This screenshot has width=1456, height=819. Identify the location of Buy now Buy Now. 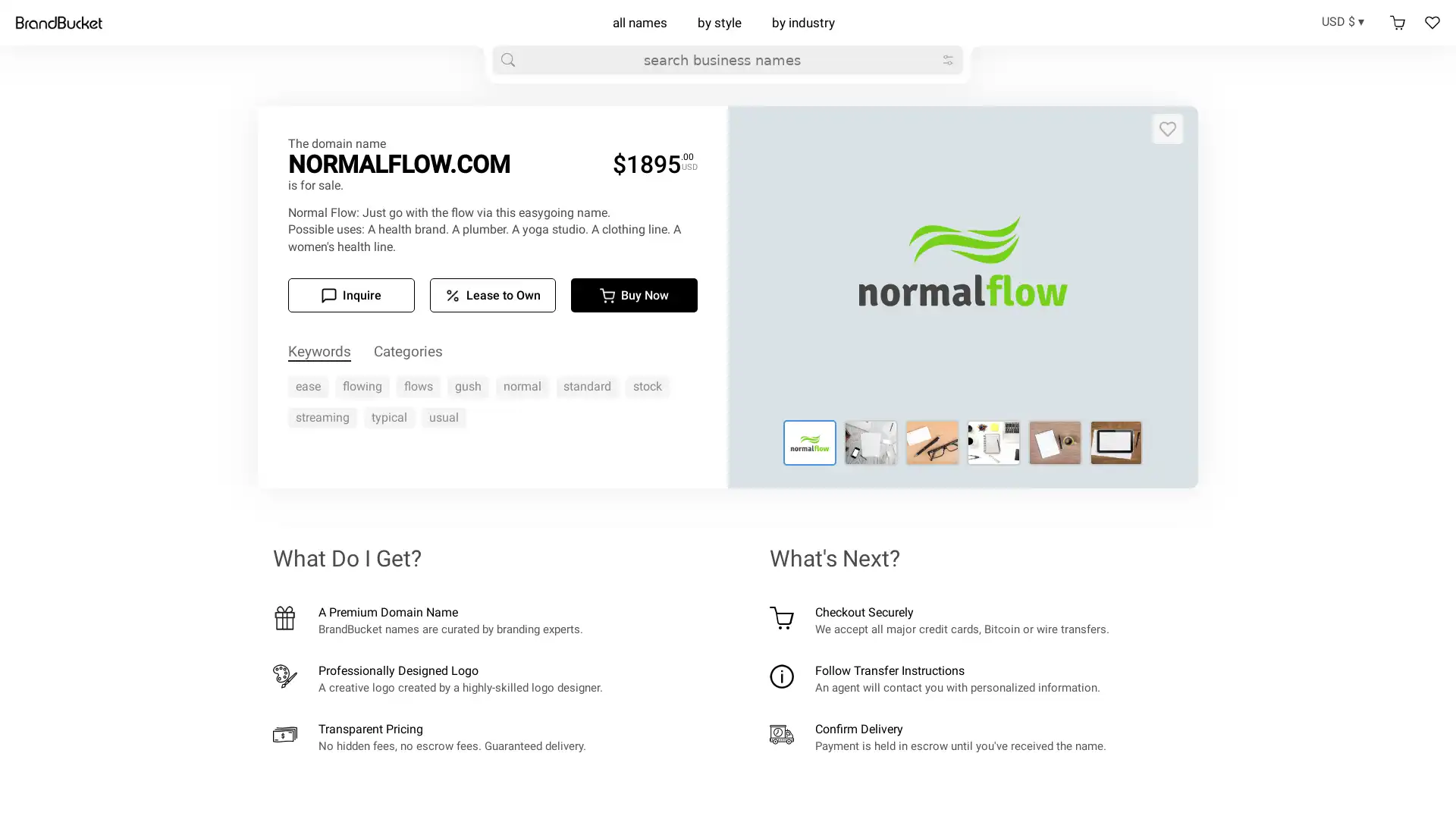
(634, 295).